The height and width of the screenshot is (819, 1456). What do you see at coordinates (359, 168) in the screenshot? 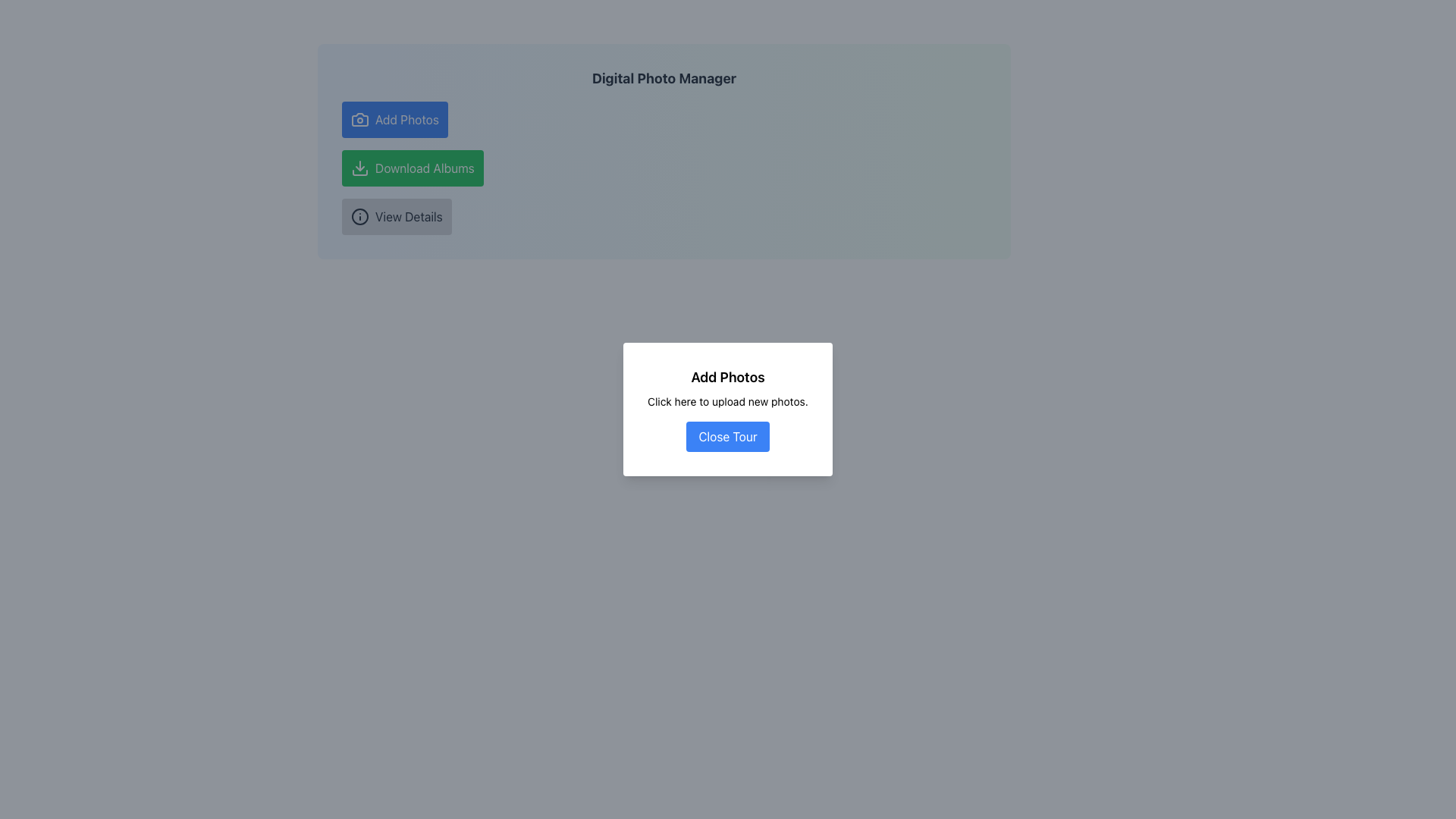
I see `the download icon located to the left of the 'Download Albums' button, which is positioned centrally between the 'Add Photos' and 'View Details' buttons` at bounding box center [359, 168].